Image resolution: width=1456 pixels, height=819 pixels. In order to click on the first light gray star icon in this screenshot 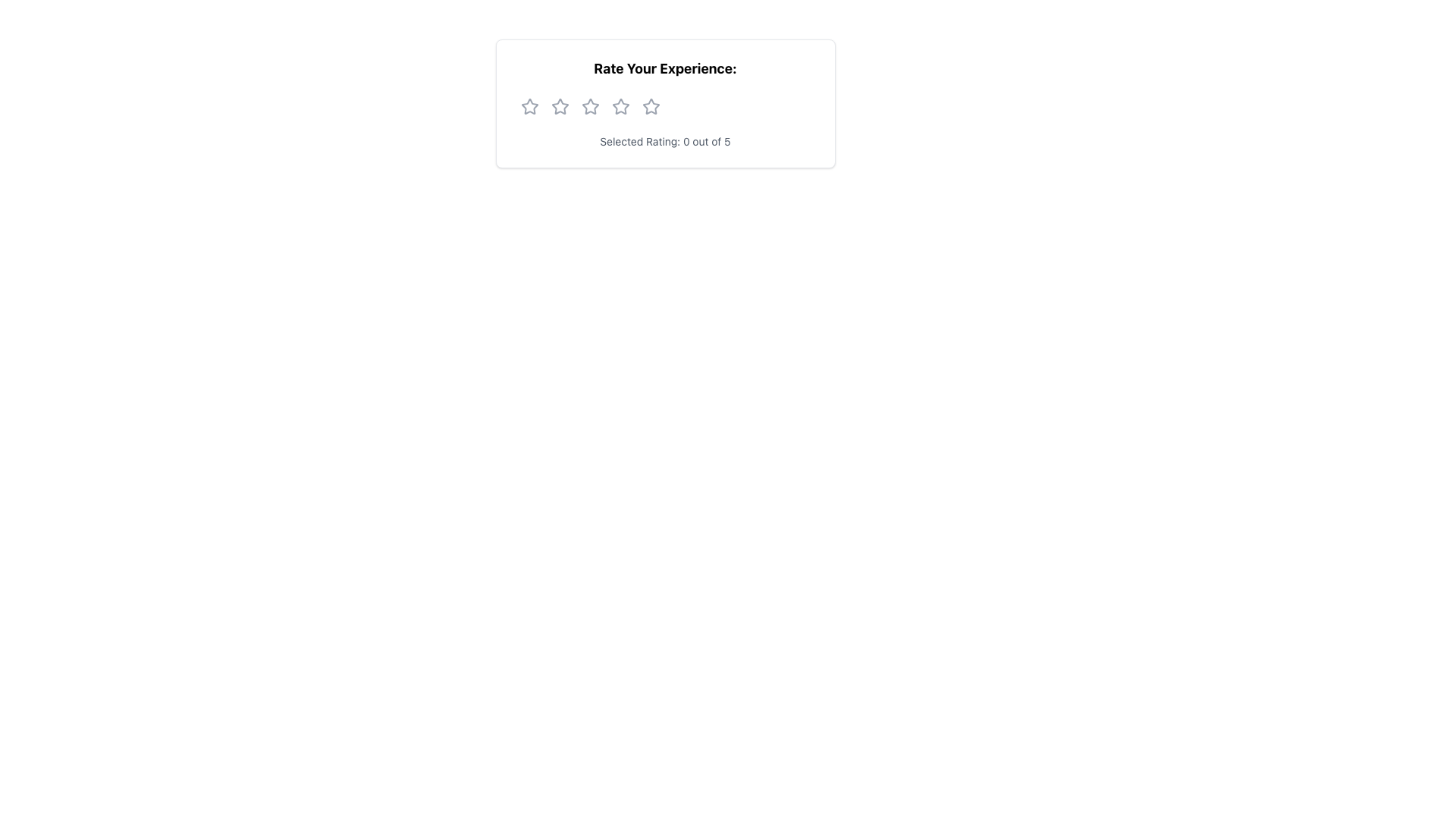, I will do `click(529, 105)`.